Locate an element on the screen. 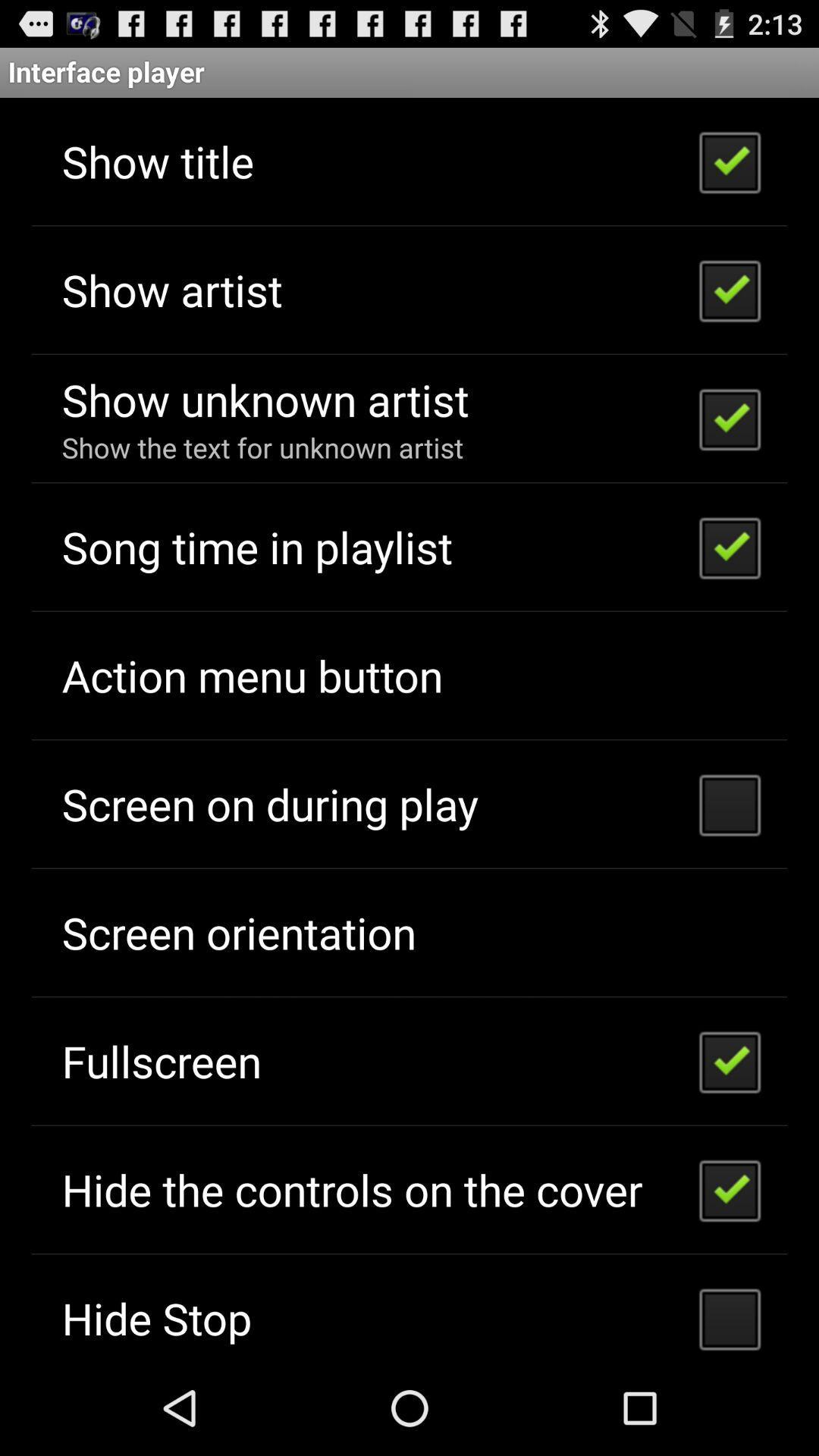 The width and height of the screenshot is (819, 1456). the show the text icon is located at coordinates (262, 447).